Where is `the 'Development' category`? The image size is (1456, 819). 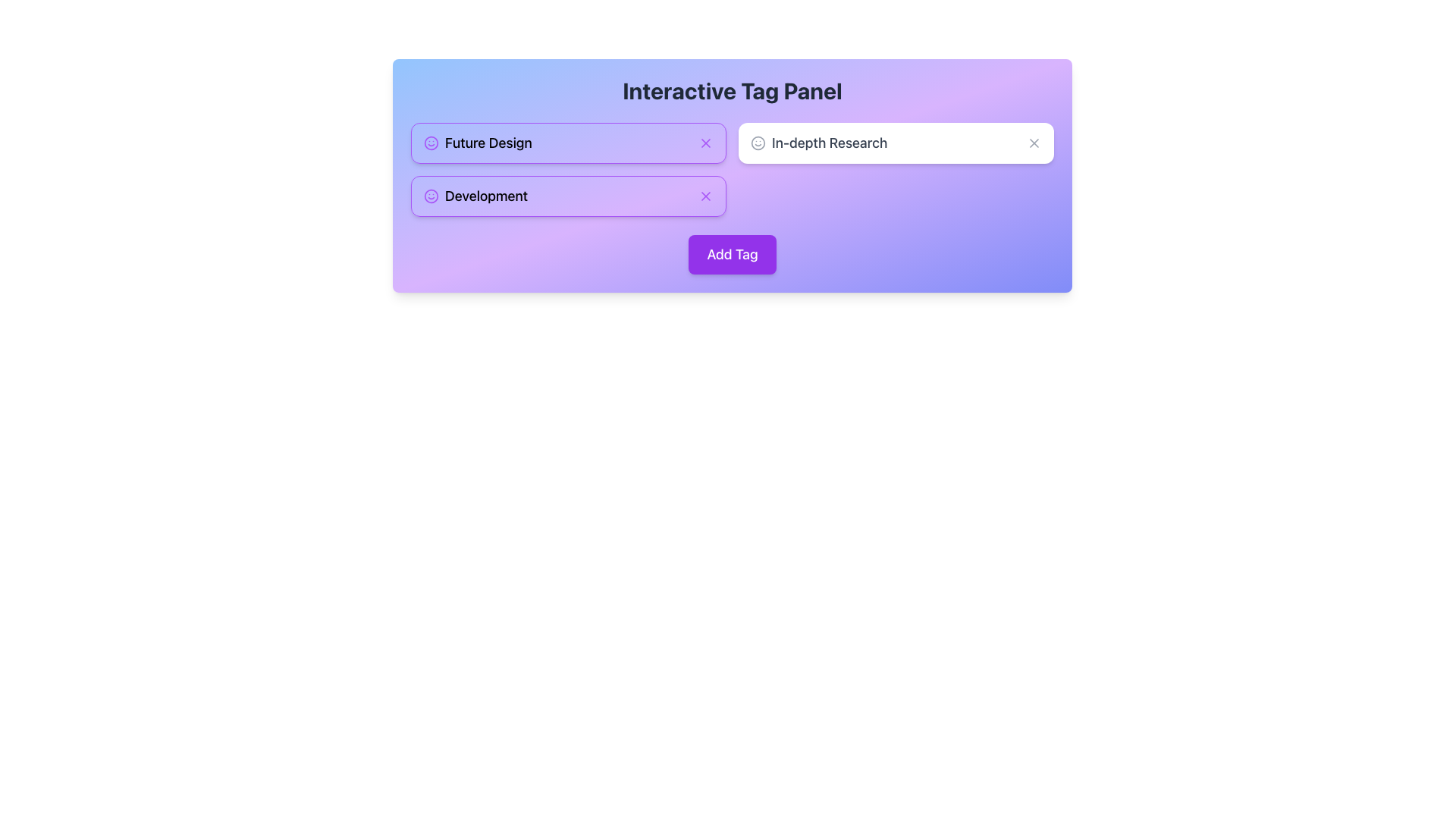
the 'Development' category is located at coordinates (486, 195).